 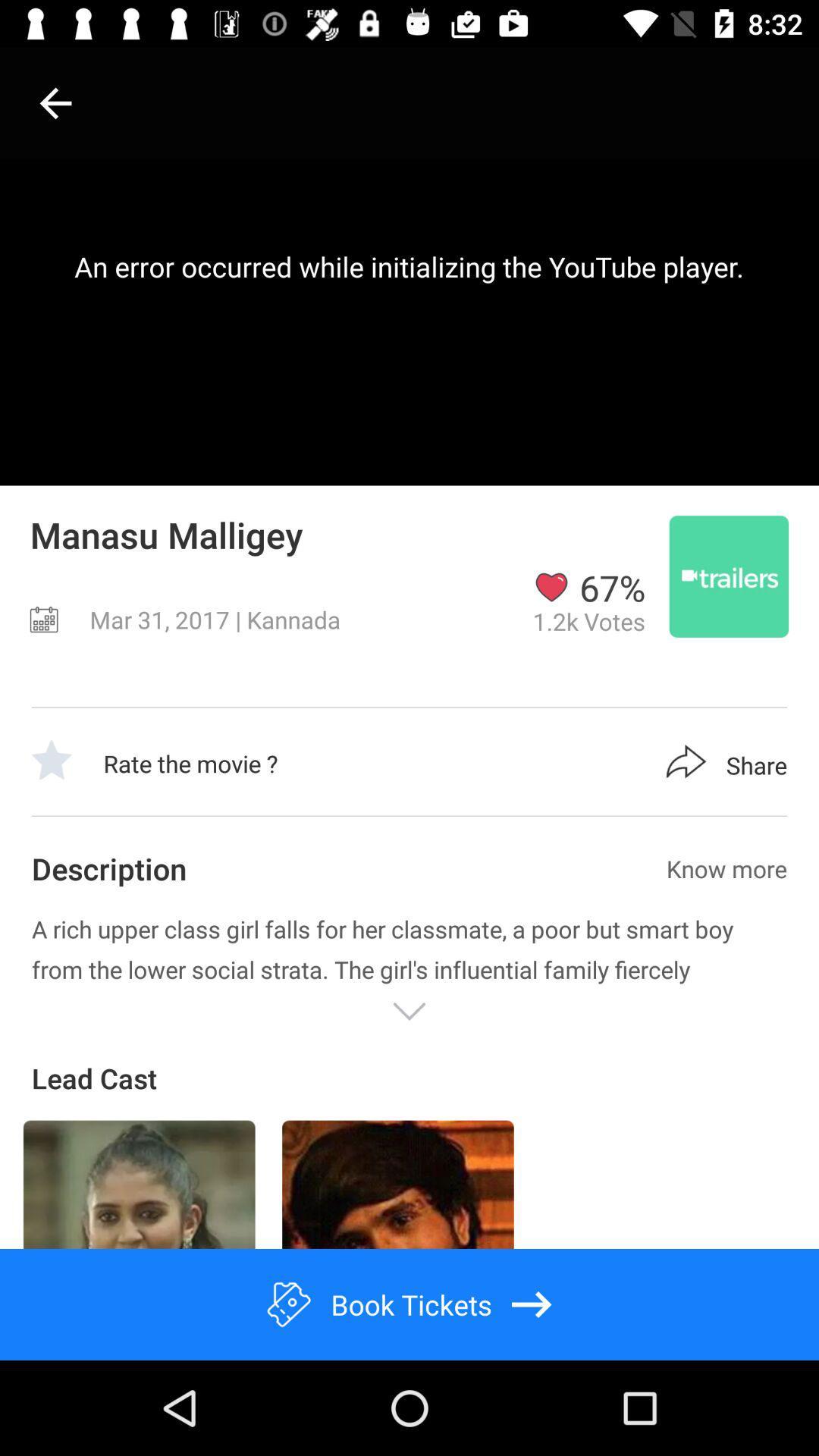 I want to click on watch trailers, so click(x=728, y=576).